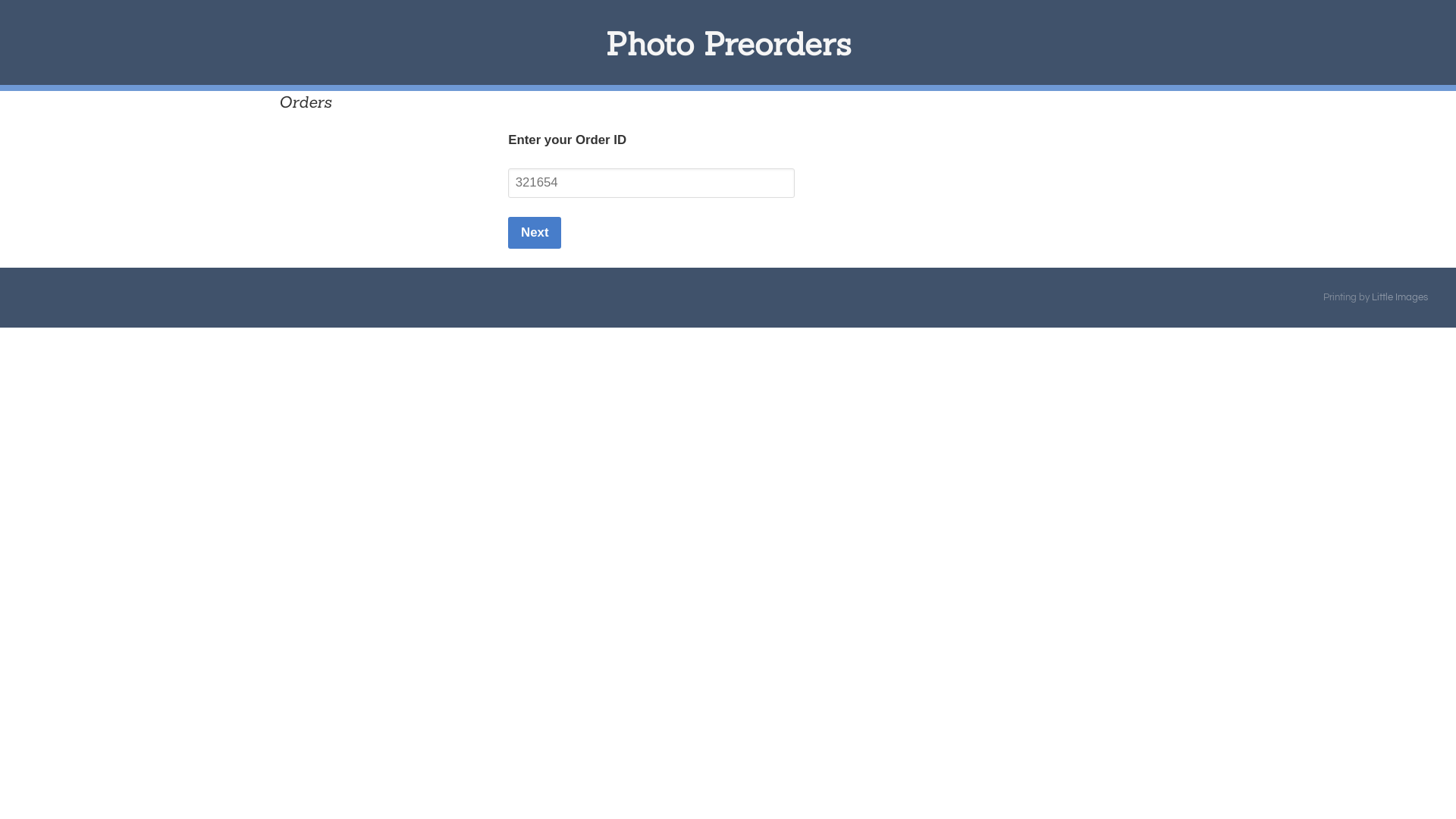  What do you see at coordinates (1399, 297) in the screenshot?
I see `'Little Images'` at bounding box center [1399, 297].